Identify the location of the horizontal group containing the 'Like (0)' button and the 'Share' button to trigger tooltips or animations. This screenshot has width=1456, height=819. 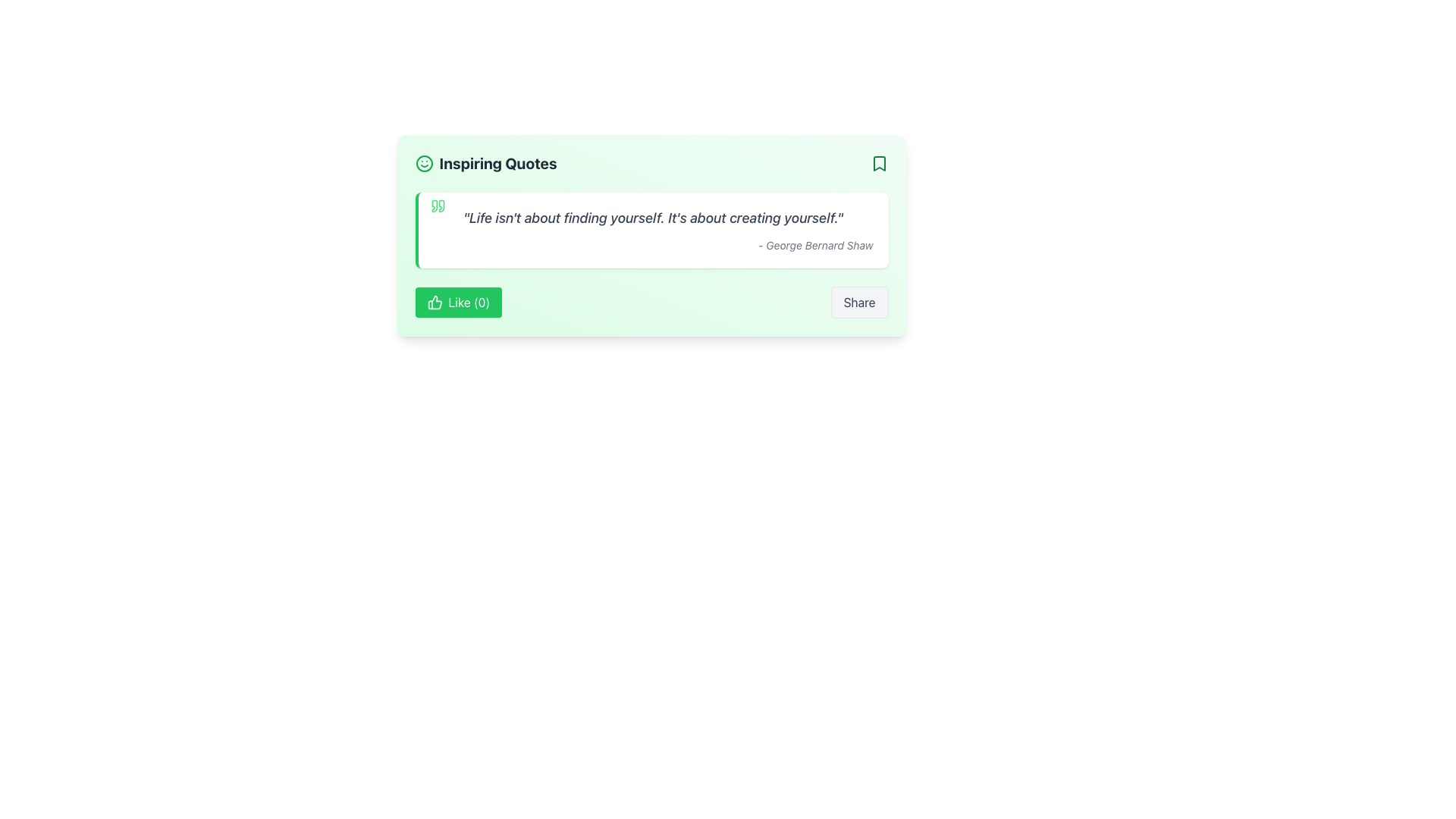
(651, 302).